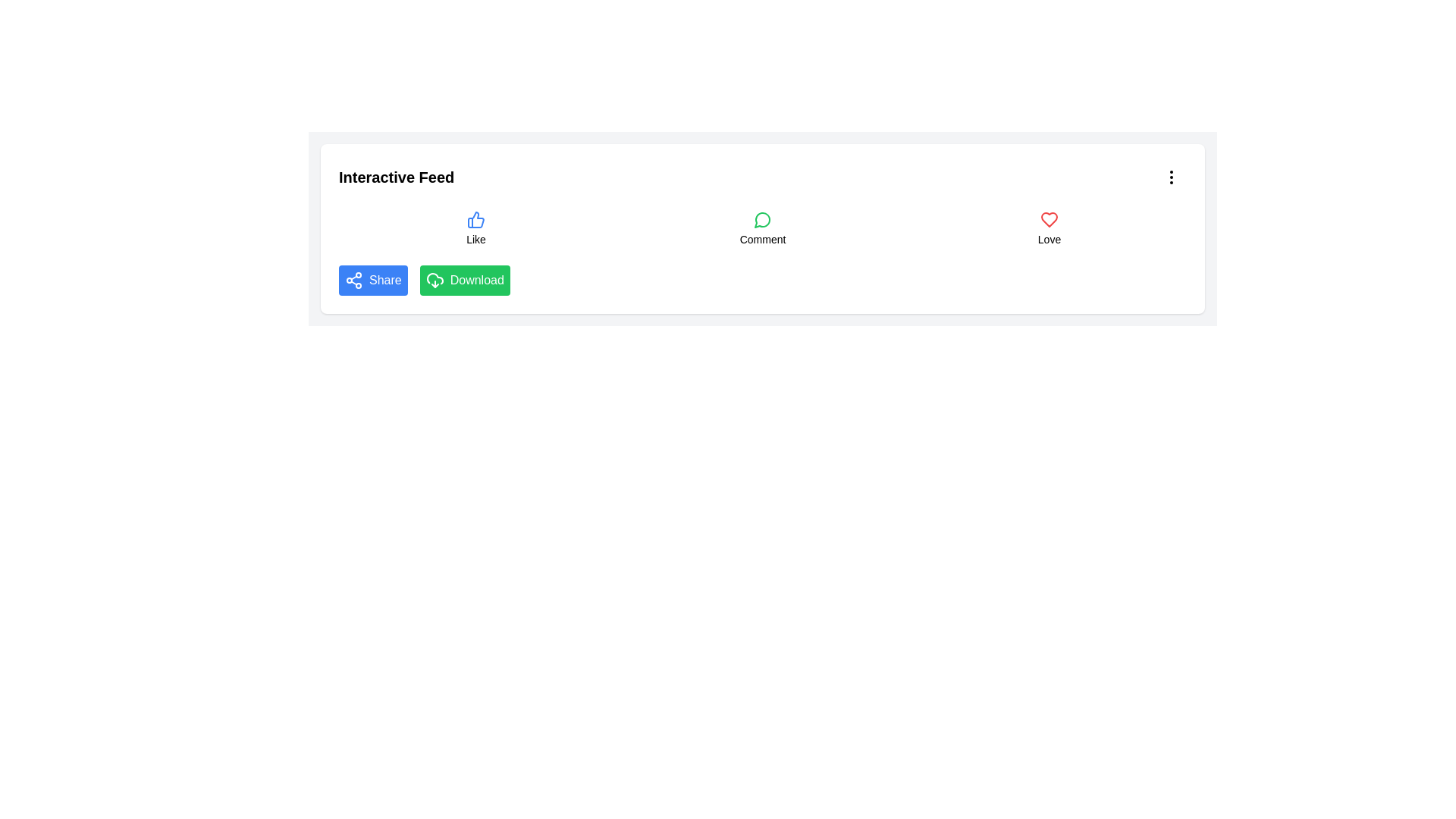 The height and width of the screenshot is (819, 1456). What do you see at coordinates (1048, 228) in the screenshot?
I see `the 'Love' interaction button located at the bottom-right of the grid layout within the 'Interactive Feed' section` at bounding box center [1048, 228].